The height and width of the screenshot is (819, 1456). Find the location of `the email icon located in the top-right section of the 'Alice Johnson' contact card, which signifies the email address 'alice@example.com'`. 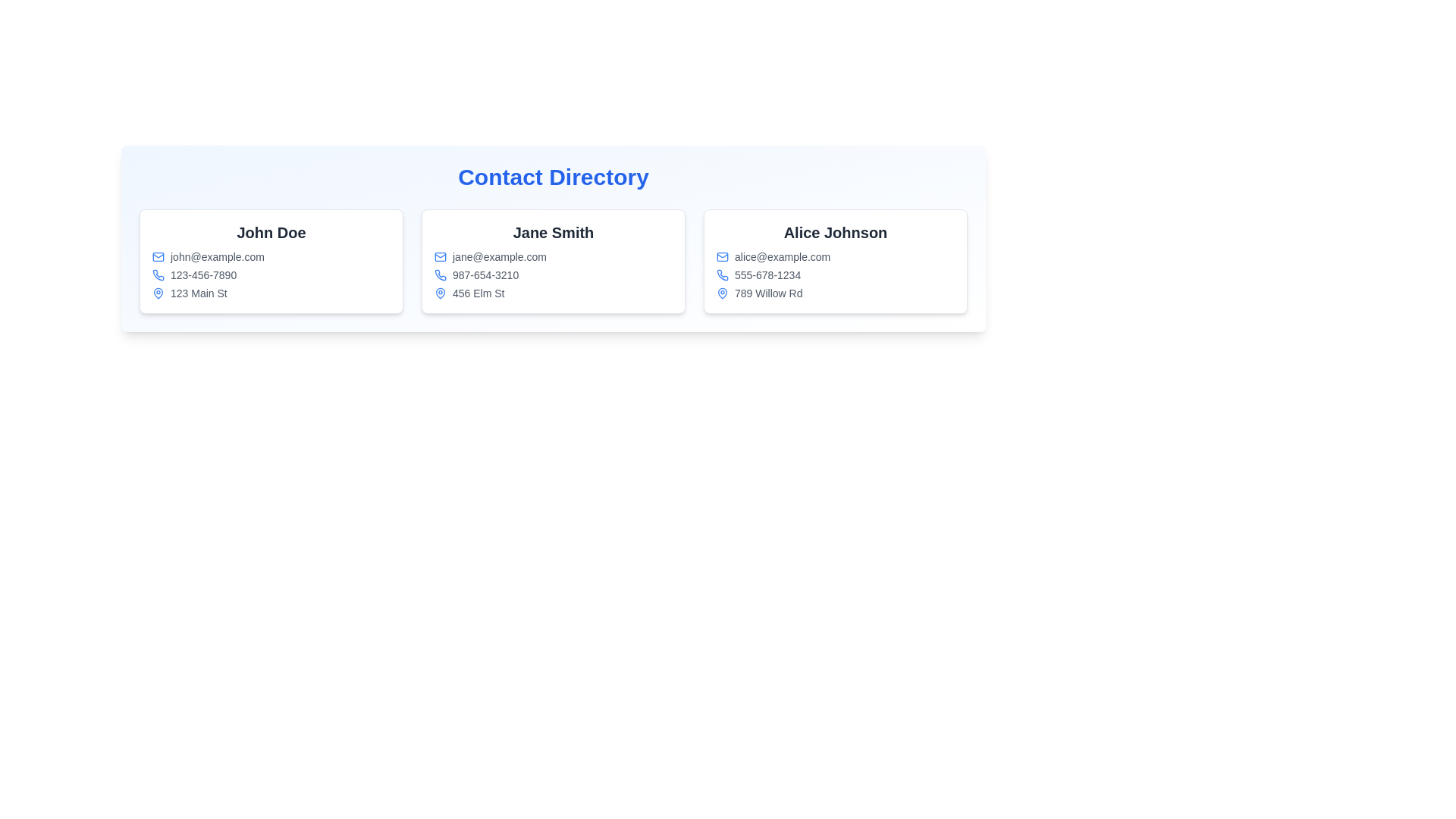

the email icon located in the top-right section of the 'Alice Johnson' contact card, which signifies the email address 'alice@example.com' is located at coordinates (722, 256).